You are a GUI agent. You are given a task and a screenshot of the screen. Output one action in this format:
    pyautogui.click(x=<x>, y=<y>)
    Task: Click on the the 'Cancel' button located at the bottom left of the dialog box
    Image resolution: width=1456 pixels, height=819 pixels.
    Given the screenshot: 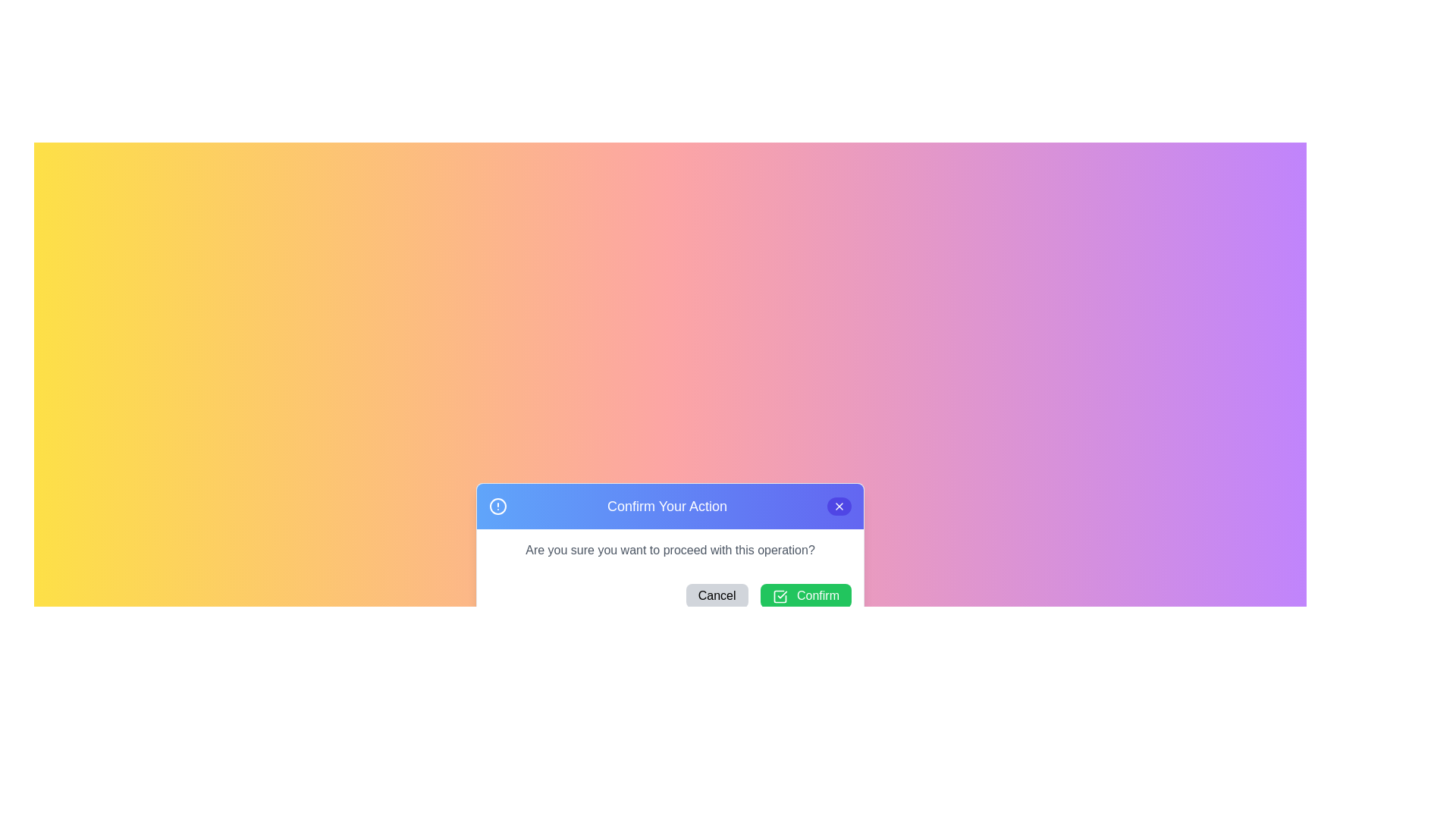 What is the action you would take?
    pyautogui.click(x=716, y=595)
    